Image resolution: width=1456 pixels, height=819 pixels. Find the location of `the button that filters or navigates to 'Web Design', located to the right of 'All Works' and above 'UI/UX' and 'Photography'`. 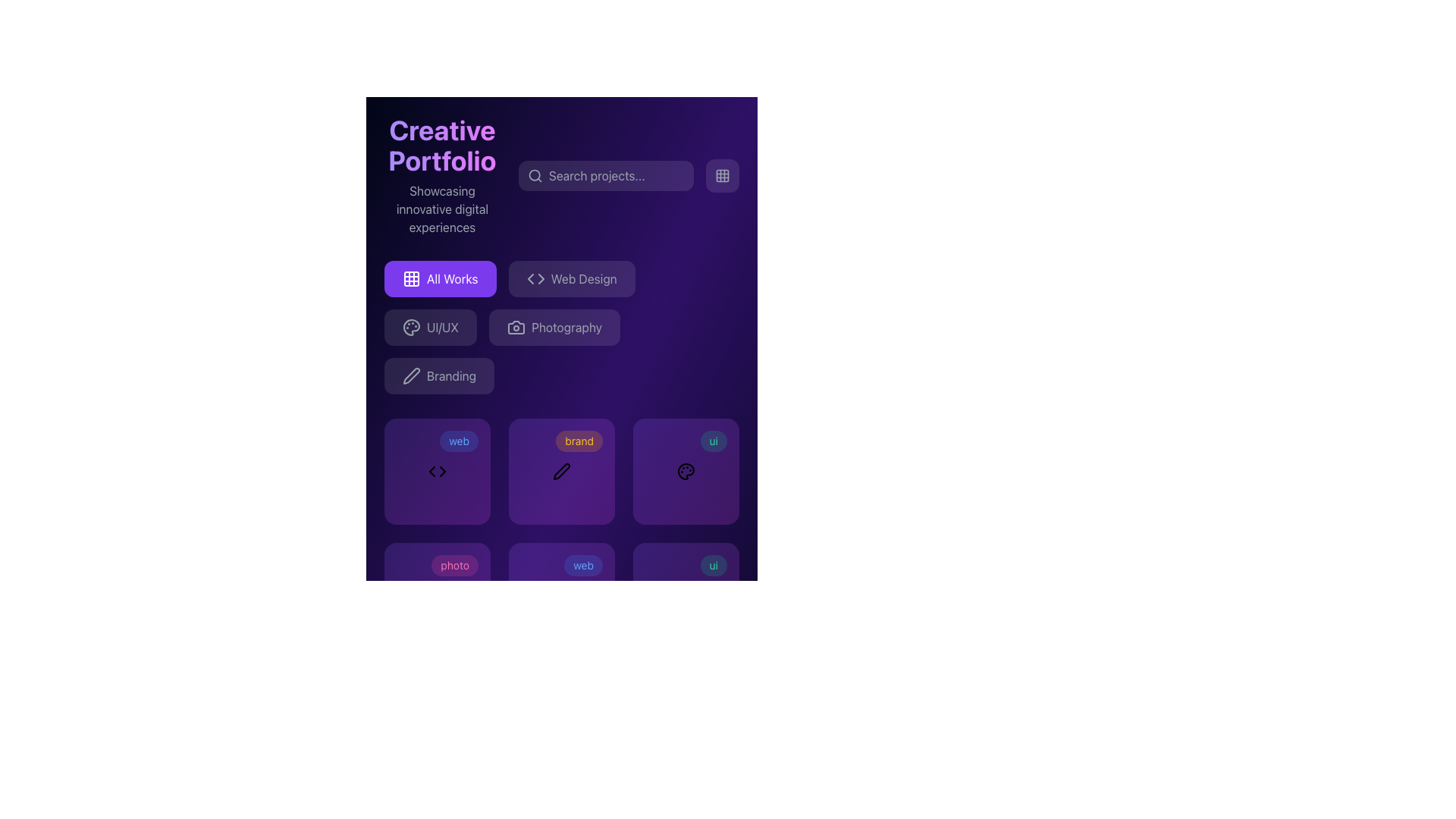

the button that filters or navigates to 'Web Design', located to the right of 'All Works' and above 'UI/UX' and 'Photography' is located at coordinates (571, 278).